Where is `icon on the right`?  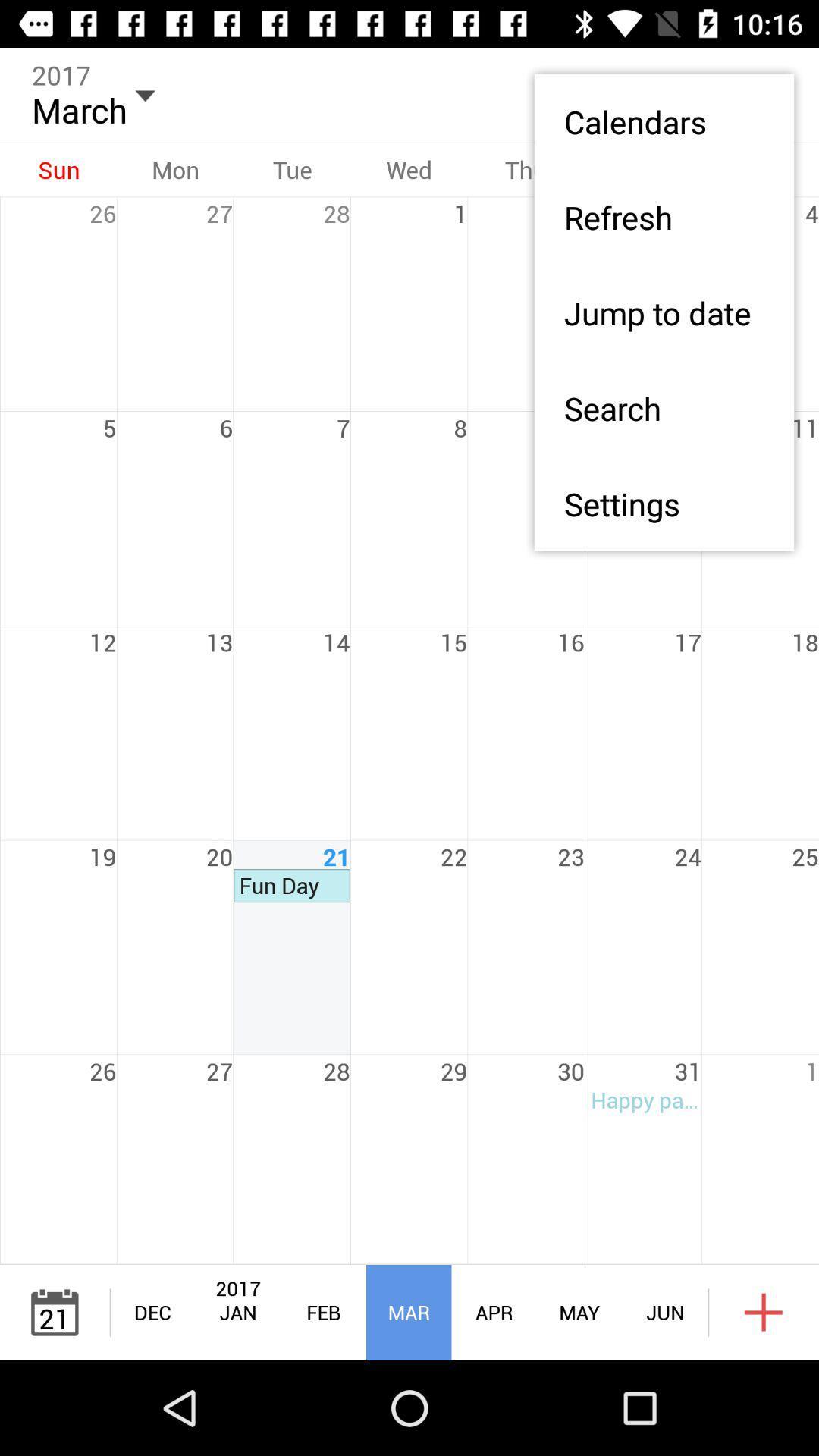 icon on the right is located at coordinates (663, 504).